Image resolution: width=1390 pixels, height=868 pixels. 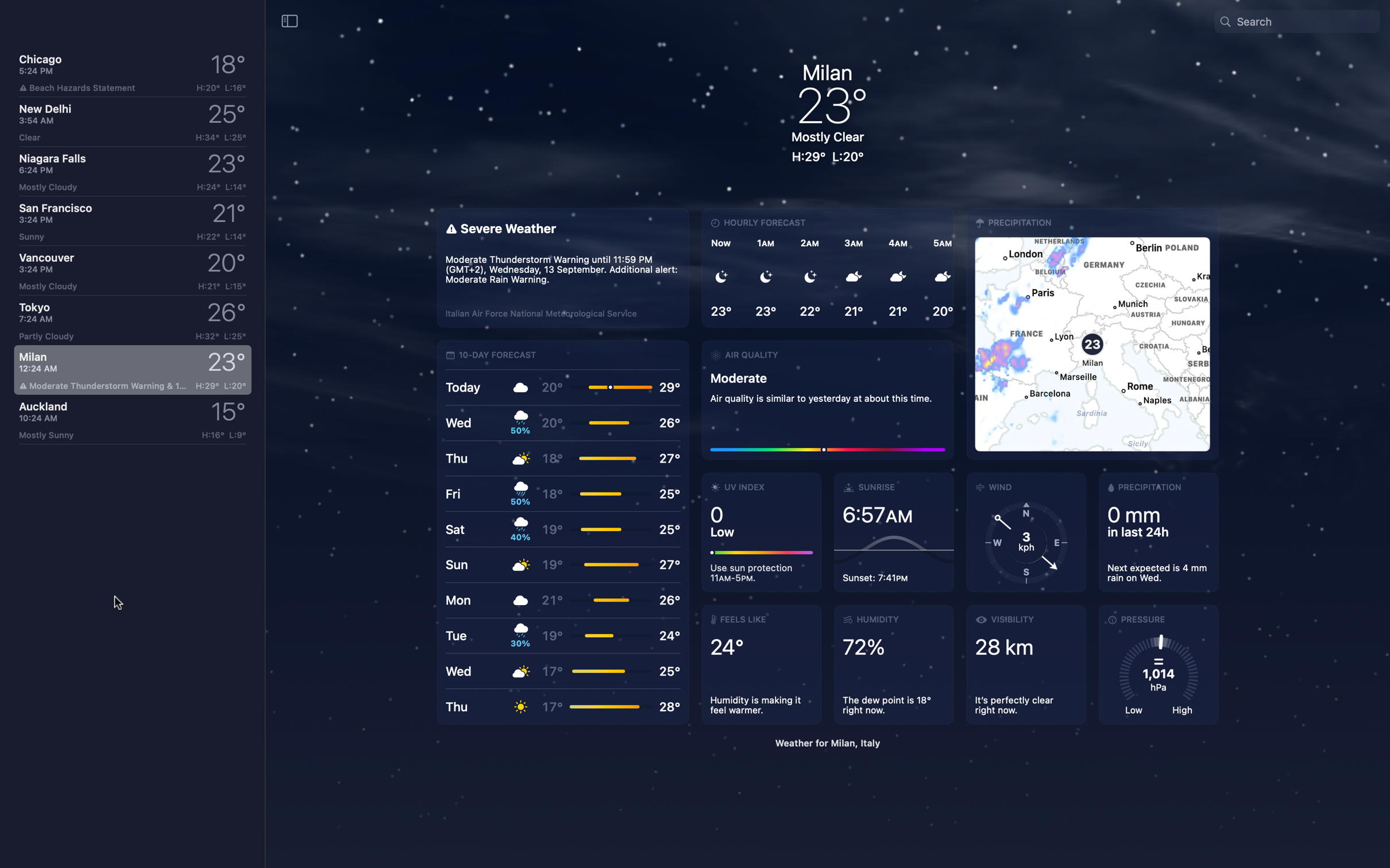 I want to click on View weather in New Delhi, so click(x=132, y=122).